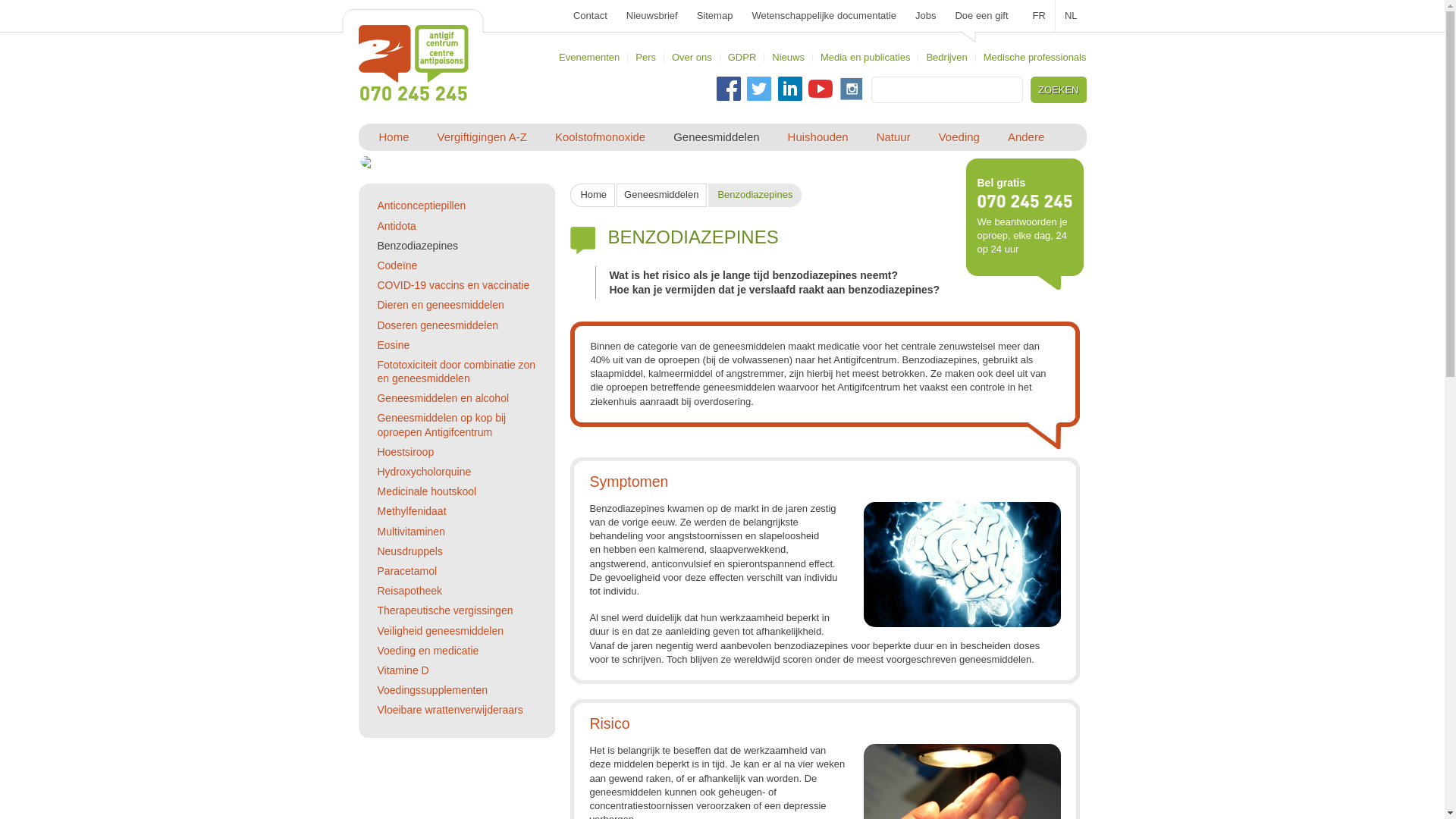  I want to click on 'Geneesmiddelen op kop bij oproepen Antigifcentrum', so click(440, 424).